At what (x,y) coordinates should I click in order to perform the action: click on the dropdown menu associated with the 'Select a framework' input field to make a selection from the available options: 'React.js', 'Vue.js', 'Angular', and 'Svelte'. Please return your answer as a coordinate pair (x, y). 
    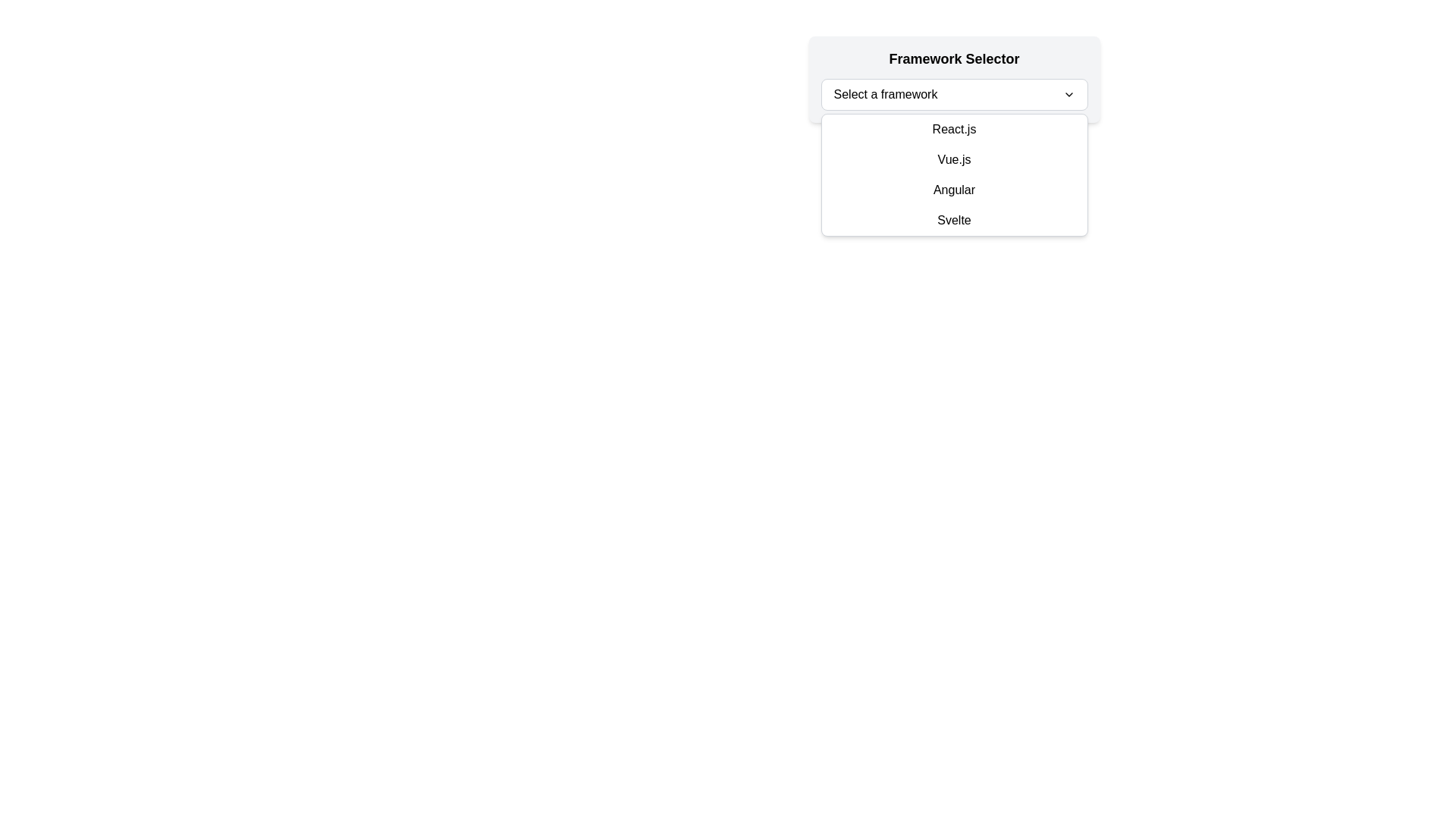
    Looking at the image, I should click on (953, 174).